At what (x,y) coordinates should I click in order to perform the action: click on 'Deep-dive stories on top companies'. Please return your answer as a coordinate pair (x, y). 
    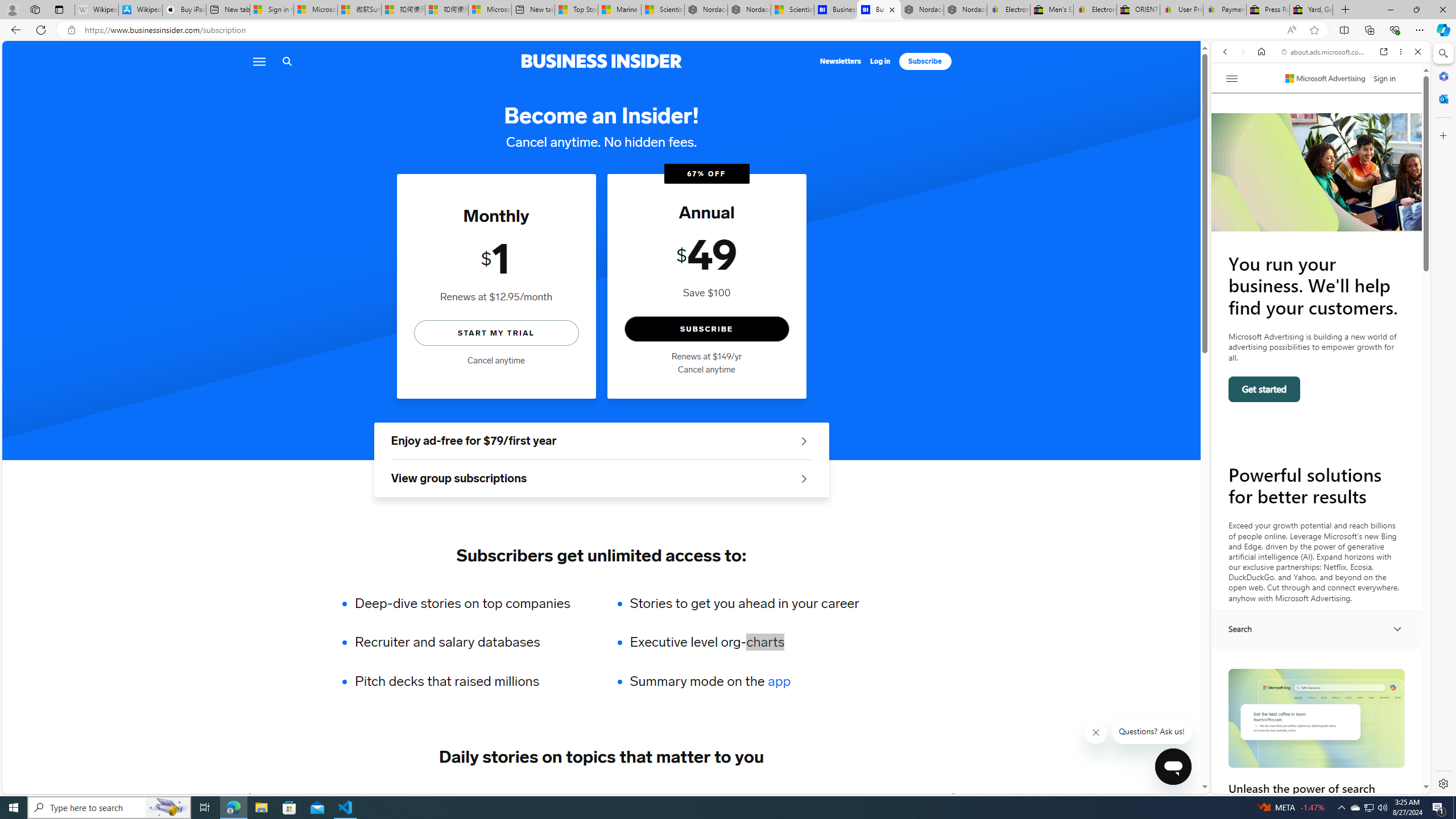
    Looking at the image, I should click on (470, 603).